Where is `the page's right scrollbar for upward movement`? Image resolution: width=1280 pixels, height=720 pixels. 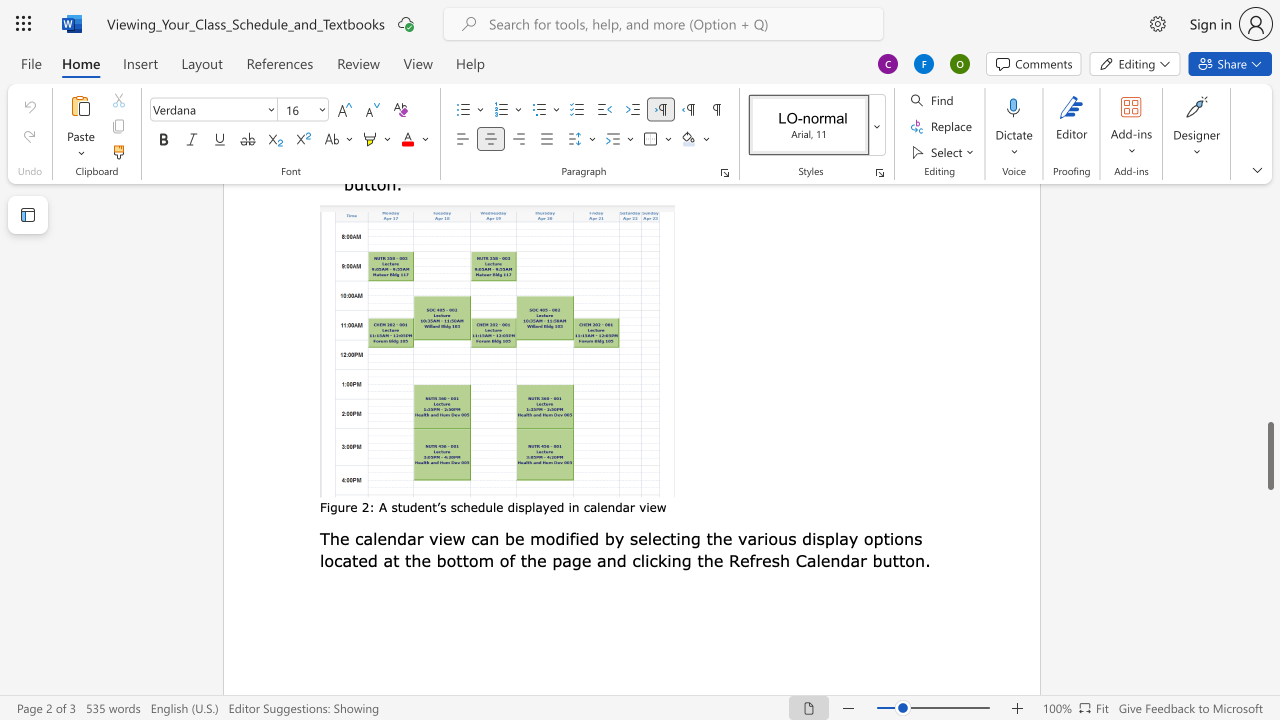 the page's right scrollbar for upward movement is located at coordinates (1269, 238).